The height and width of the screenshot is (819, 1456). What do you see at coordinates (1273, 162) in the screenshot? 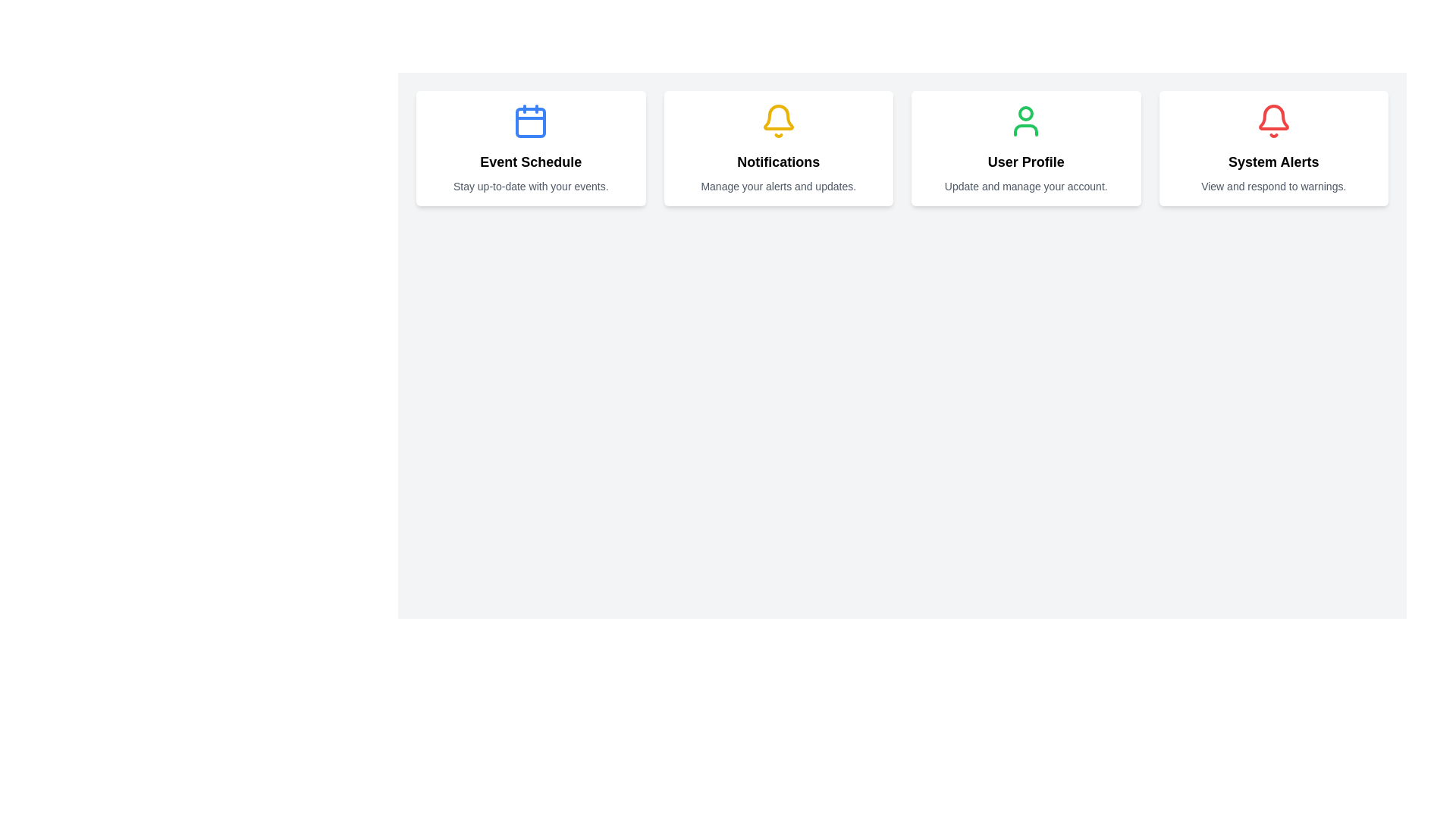
I see `bolded text label 'System Alerts' which is prominently displayed in the fourth card of a horizontal row, located at the center coordinates provided` at bounding box center [1273, 162].